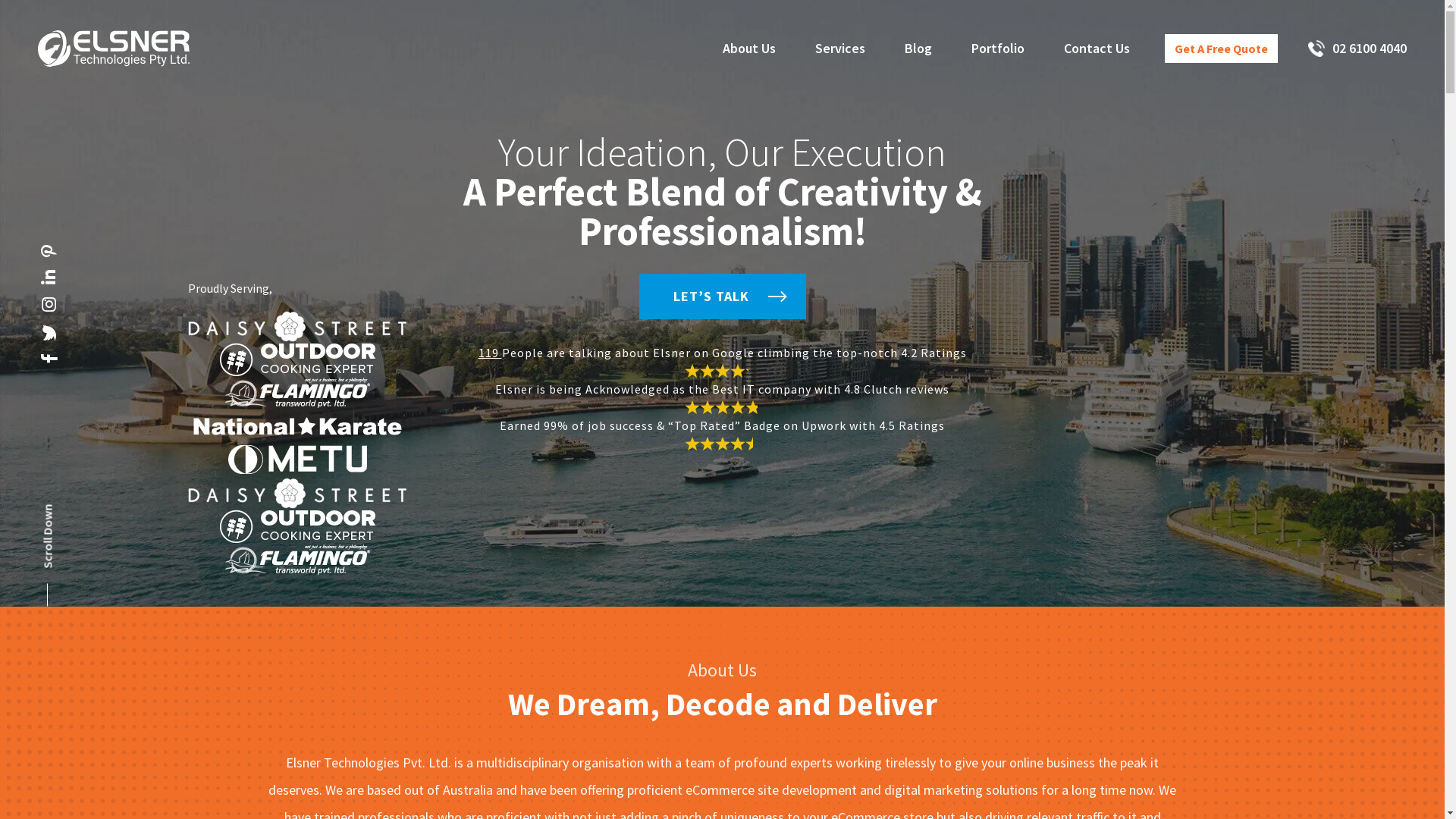 The height and width of the screenshot is (819, 1456). Describe the element at coordinates (1062, 48) in the screenshot. I see `'Contact Us'` at that location.